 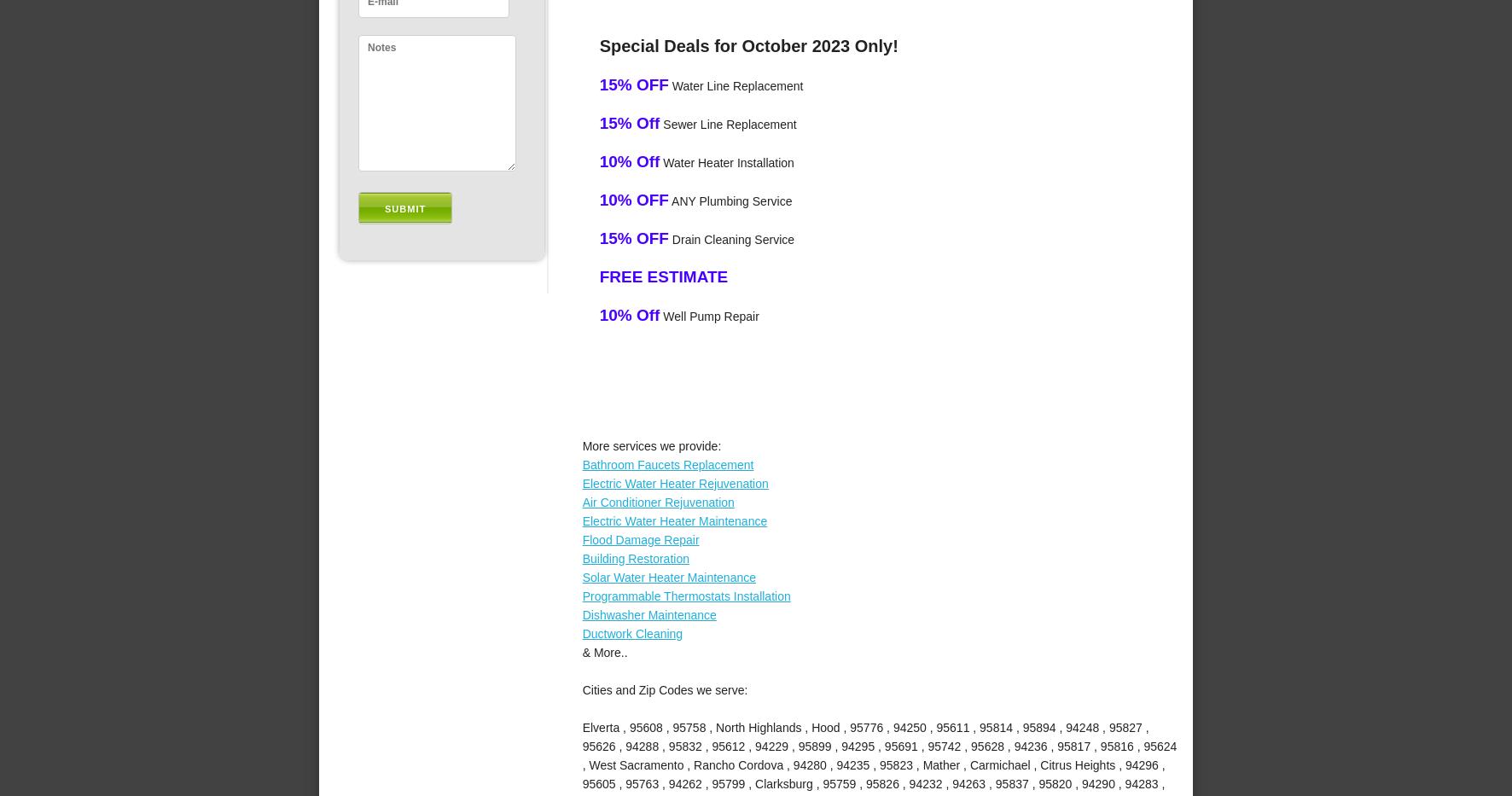 I want to click on 'Well Pump Repair', so click(x=709, y=316).